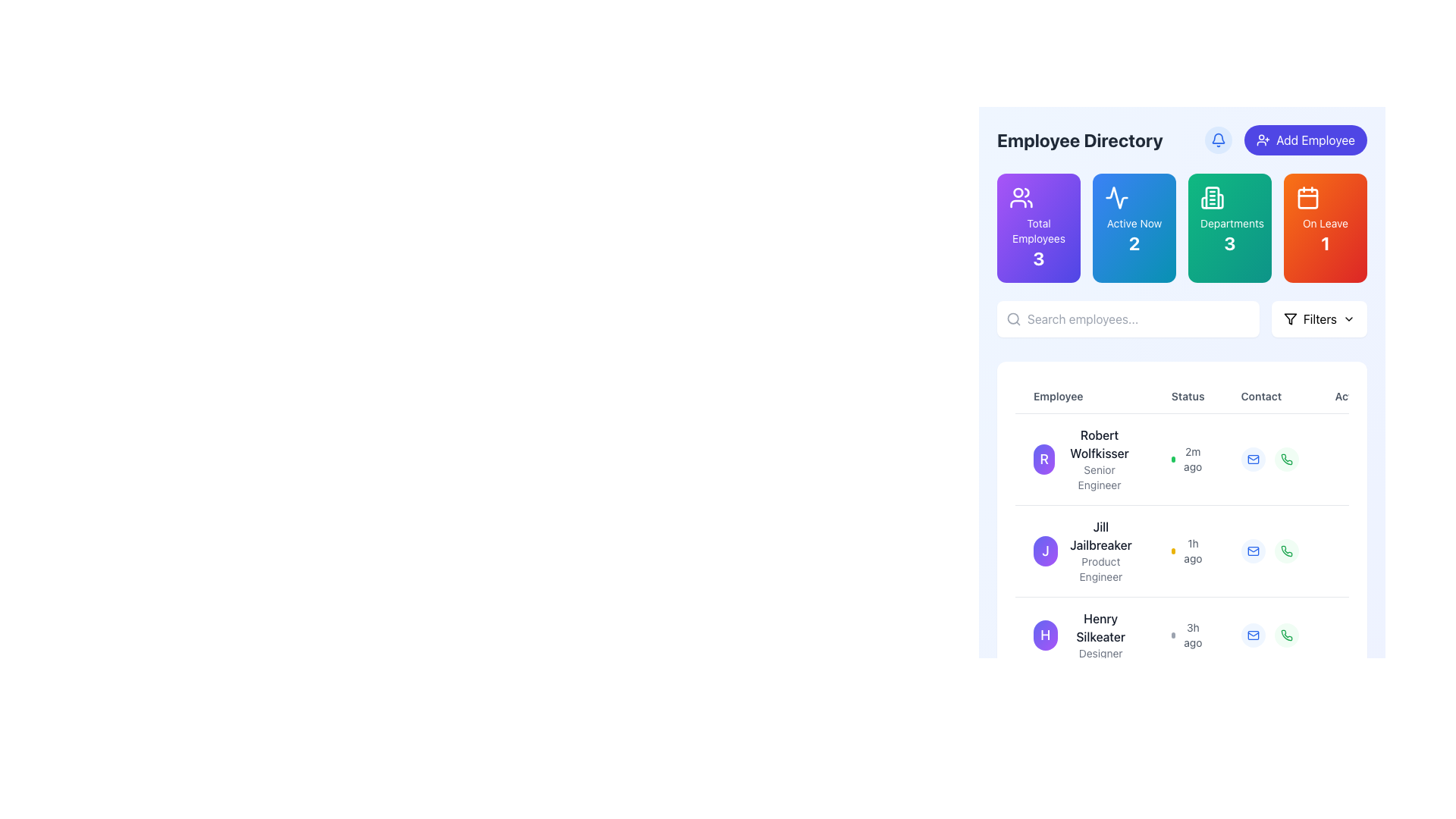 The height and width of the screenshot is (819, 1456). I want to click on the phone call action button located in the 'Contact' column next to Robert Wolfkisser in the Employee Directory to initiate a call, so click(1285, 458).